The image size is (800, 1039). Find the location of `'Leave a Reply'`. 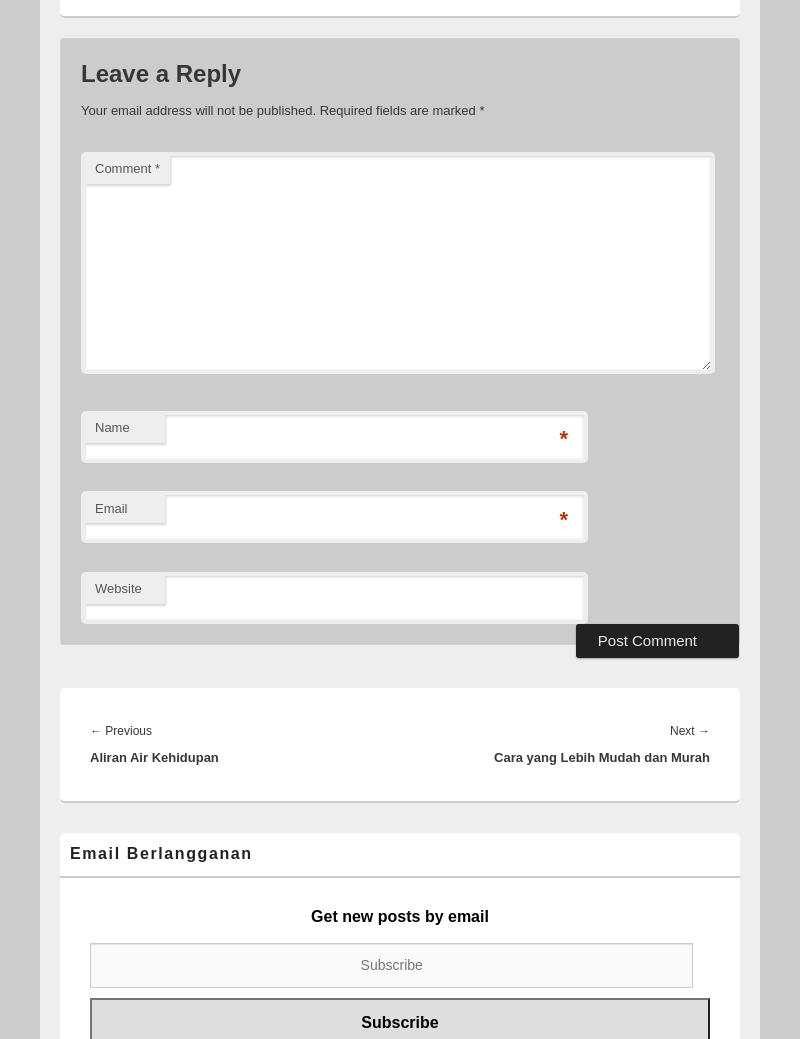

'Leave a Reply' is located at coordinates (81, 71).